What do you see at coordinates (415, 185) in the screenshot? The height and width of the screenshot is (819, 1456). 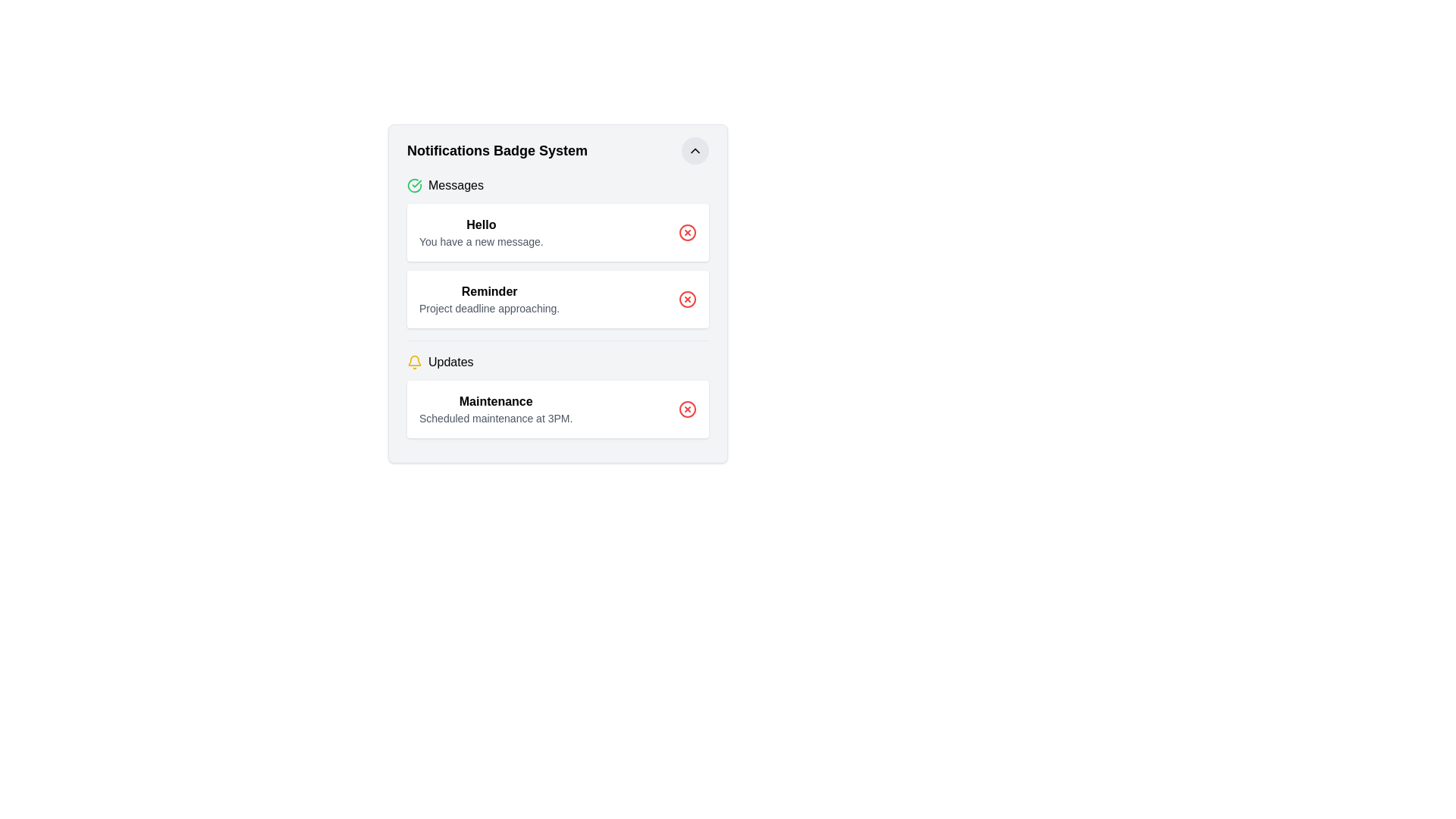 I see `the vector graphic icon that symbolizes a completion or confirmation state within the notification system interface, located near the 'Messages' heading` at bounding box center [415, 185].